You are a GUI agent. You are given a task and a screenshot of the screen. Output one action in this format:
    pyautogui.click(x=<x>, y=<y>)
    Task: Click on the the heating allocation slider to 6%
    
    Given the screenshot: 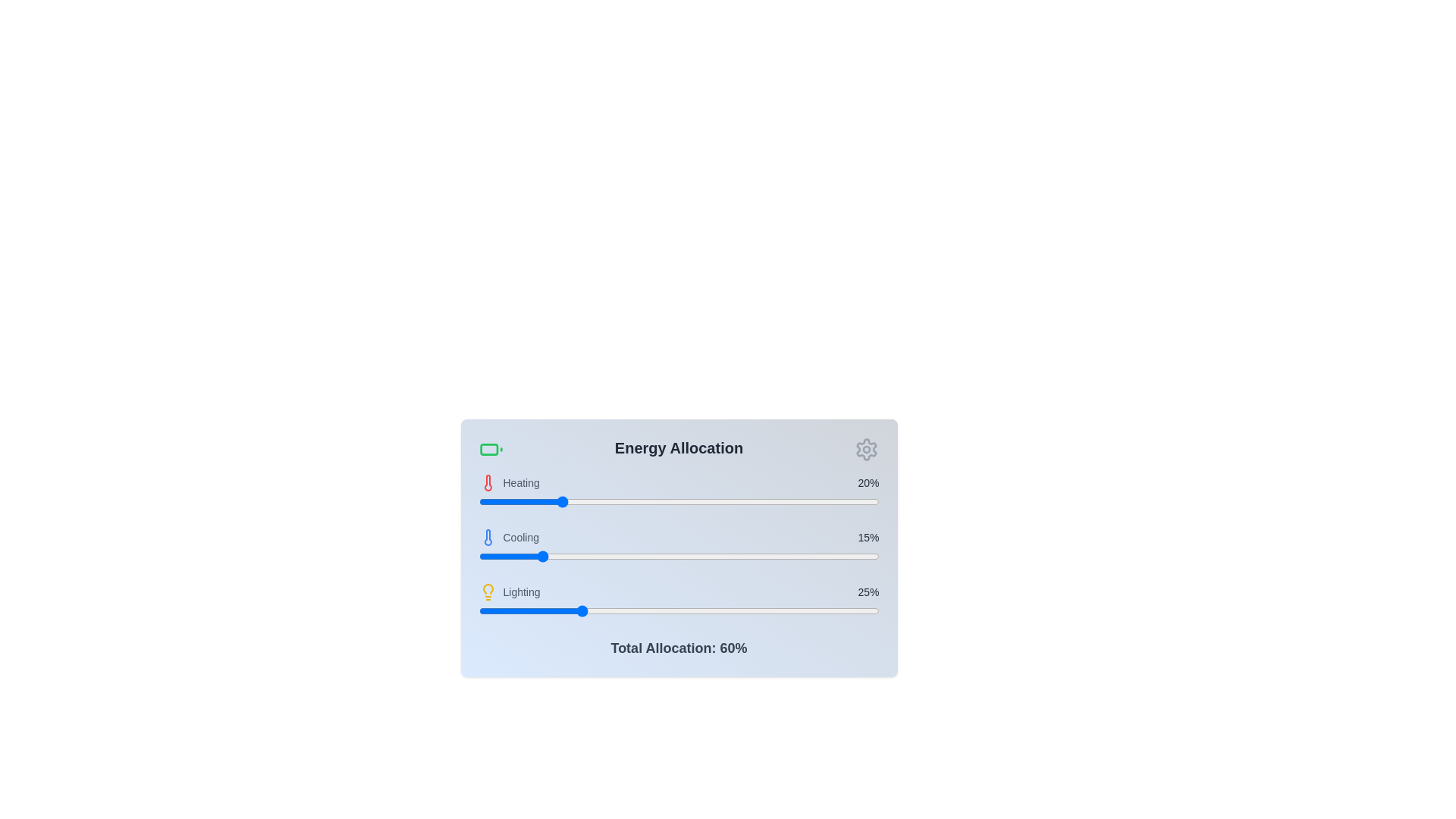 What is the action you would take?
    pyautogui.click(x=503, y=502)
    